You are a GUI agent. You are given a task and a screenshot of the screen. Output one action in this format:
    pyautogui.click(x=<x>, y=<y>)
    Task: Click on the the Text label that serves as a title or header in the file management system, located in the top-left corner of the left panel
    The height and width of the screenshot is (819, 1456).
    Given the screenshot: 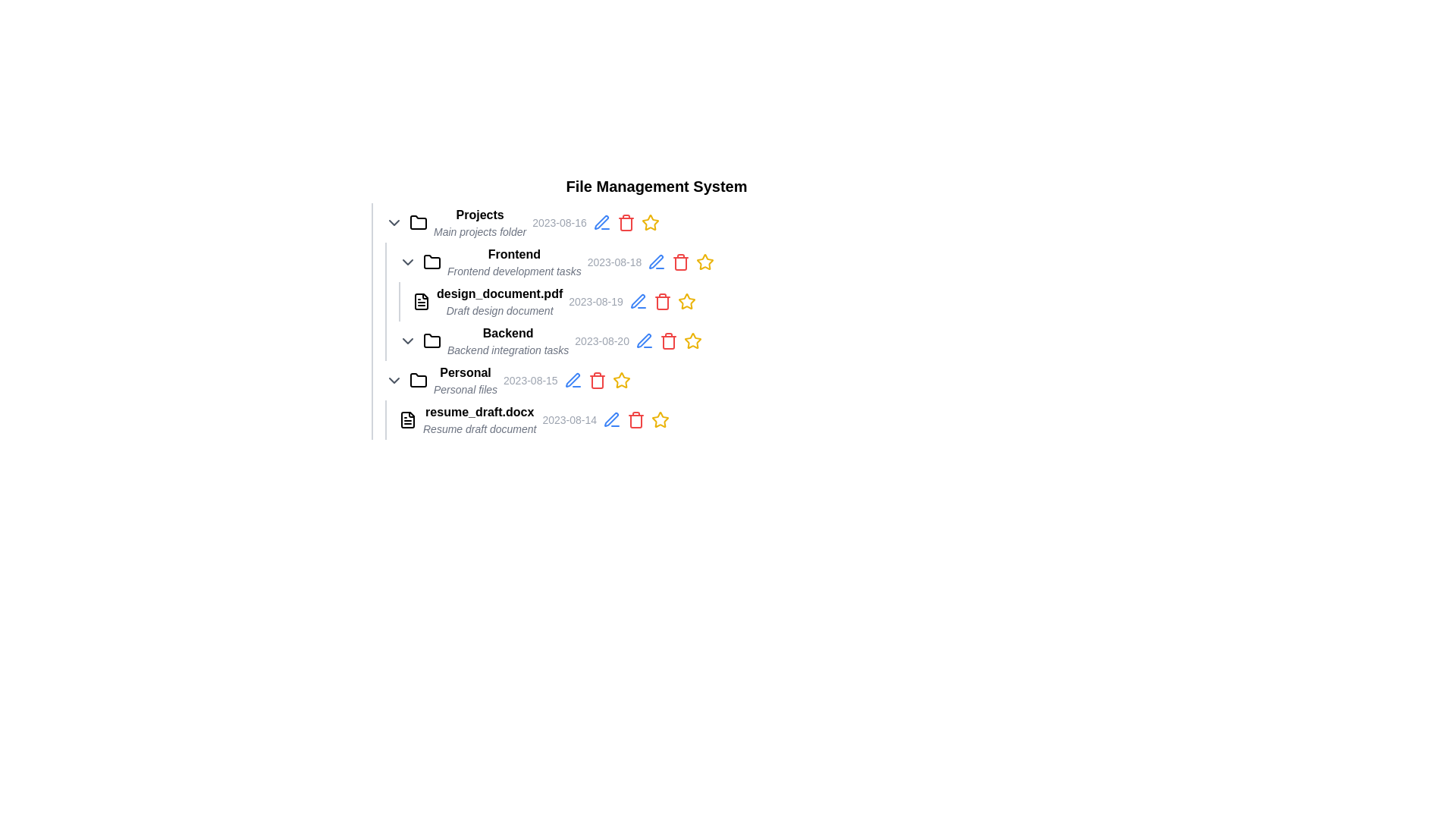 What is the action you would take?
    pyautogui.click(x=479, y=215)
    